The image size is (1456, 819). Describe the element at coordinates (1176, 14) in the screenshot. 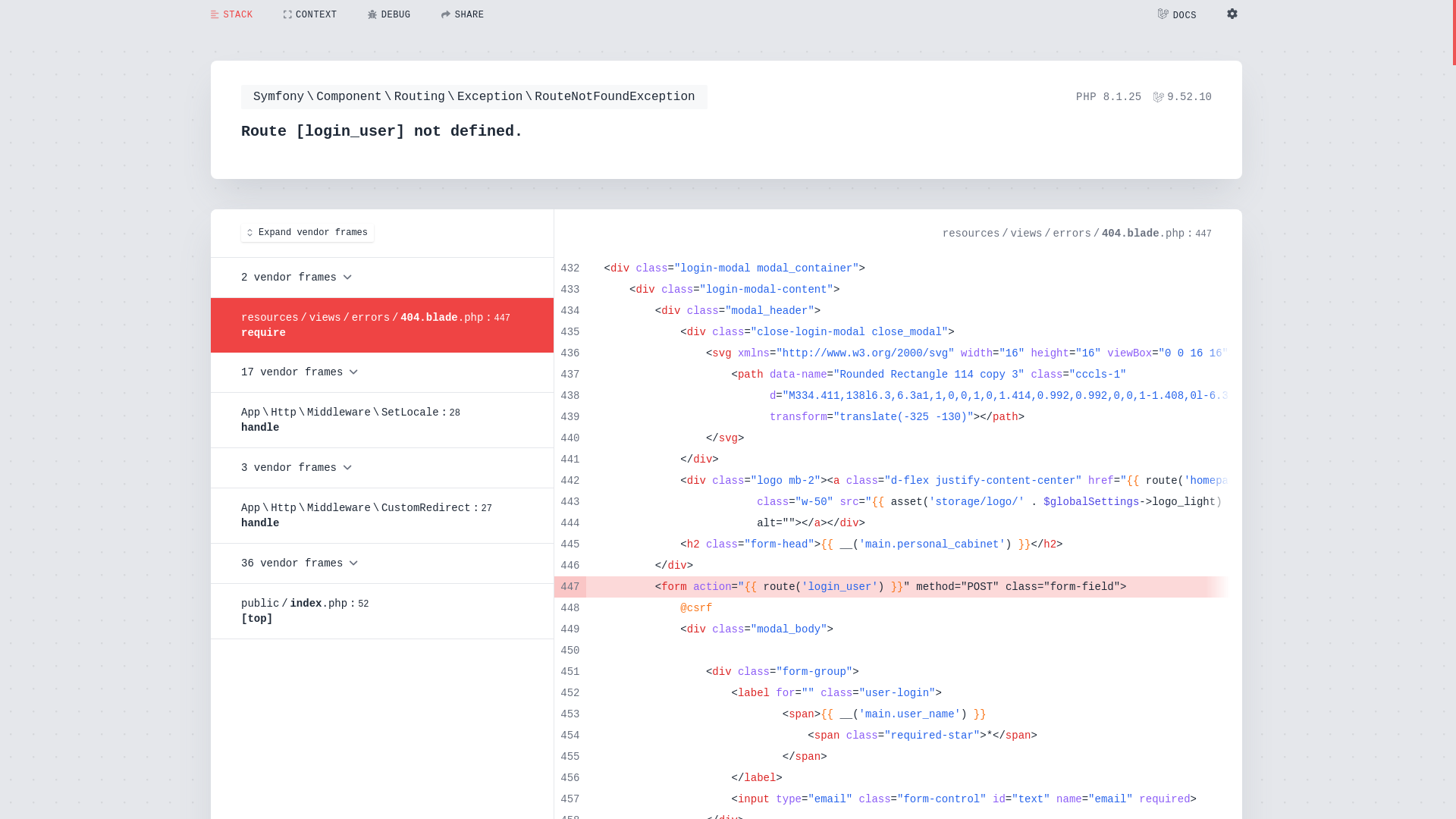

I see `'DOCS'` at that location.